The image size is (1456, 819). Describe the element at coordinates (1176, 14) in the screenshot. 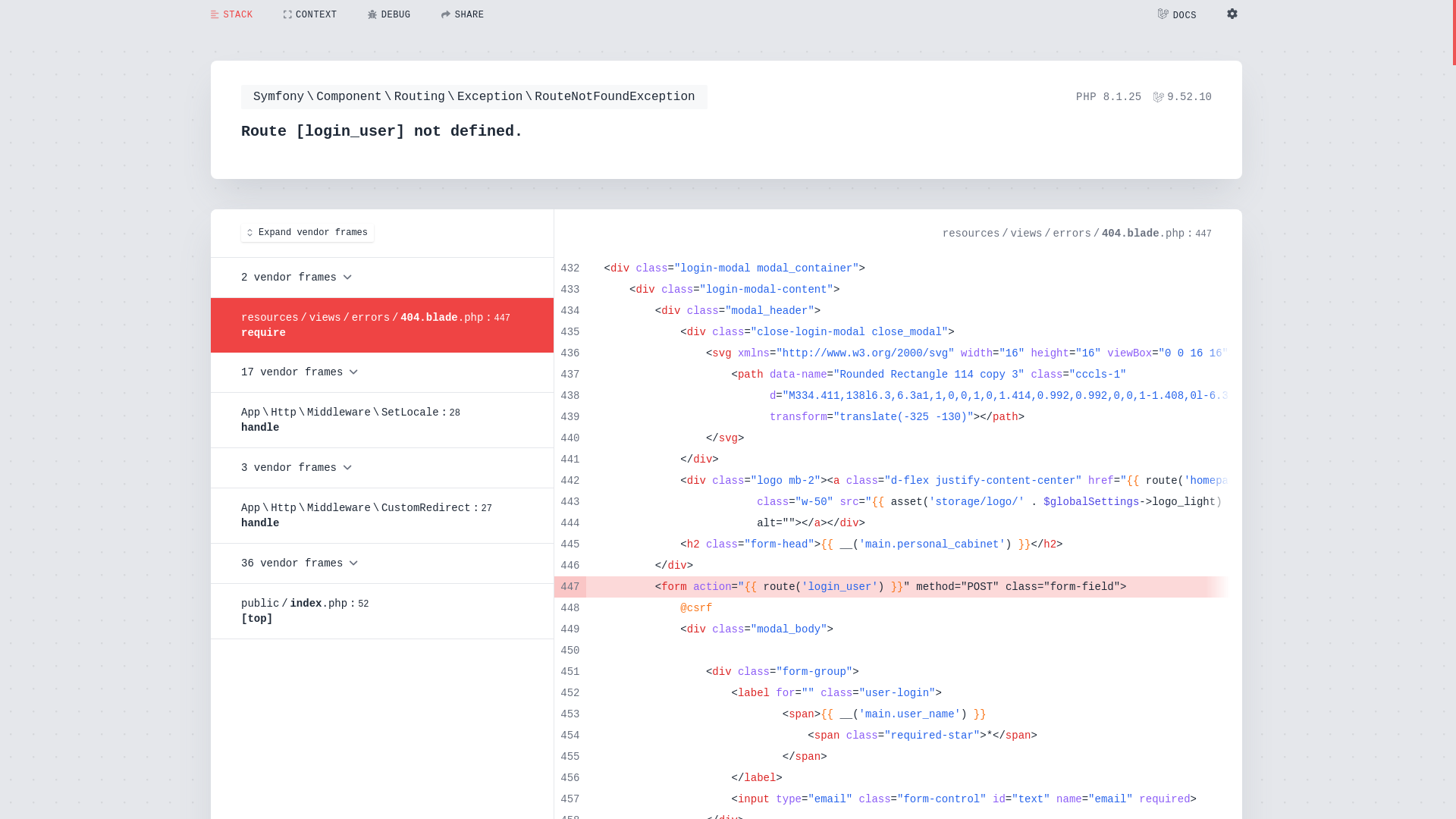

I see `'DOCS'` at that location.